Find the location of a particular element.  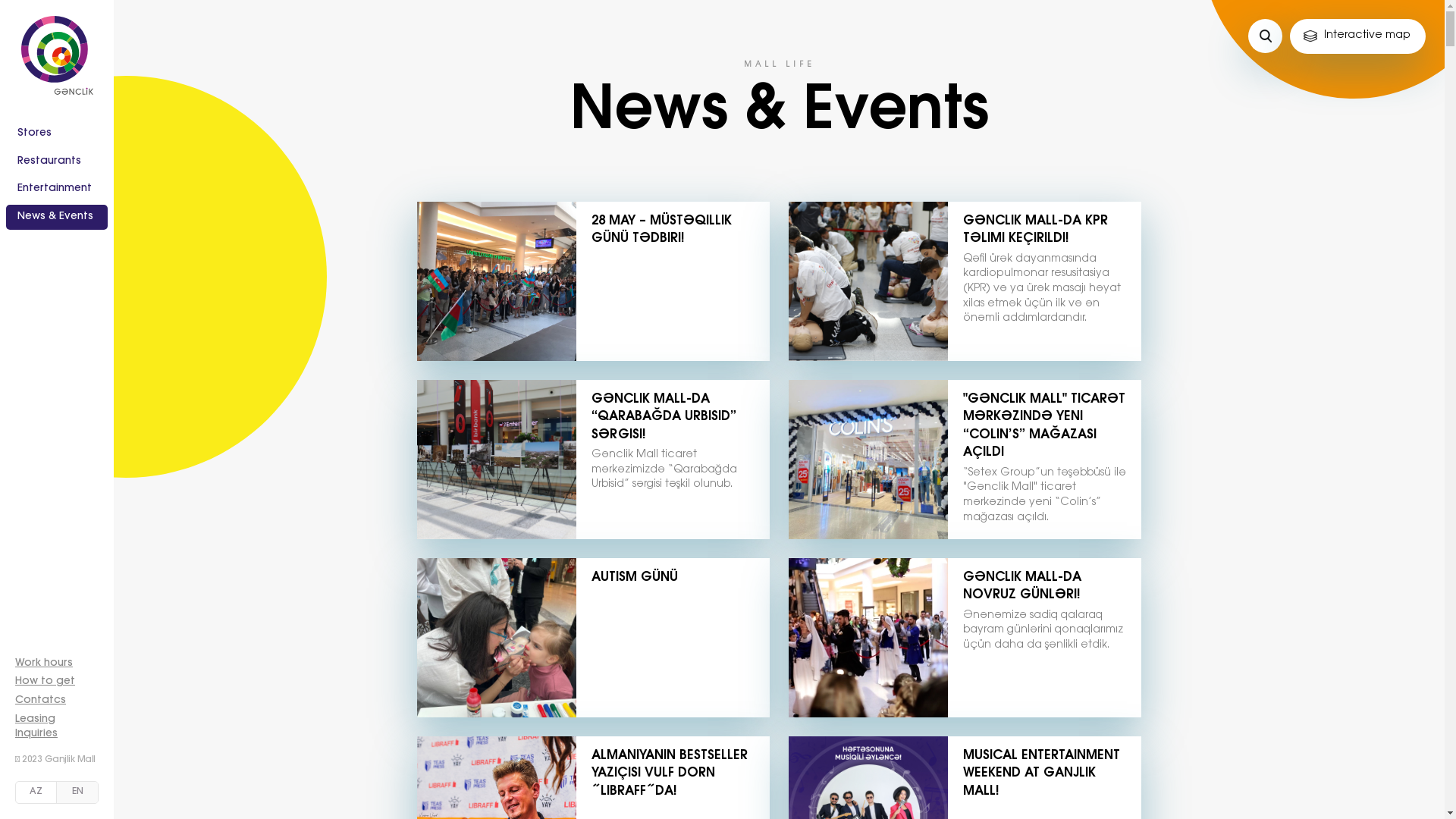

'News & Events' is located at coordinates (57, 217).